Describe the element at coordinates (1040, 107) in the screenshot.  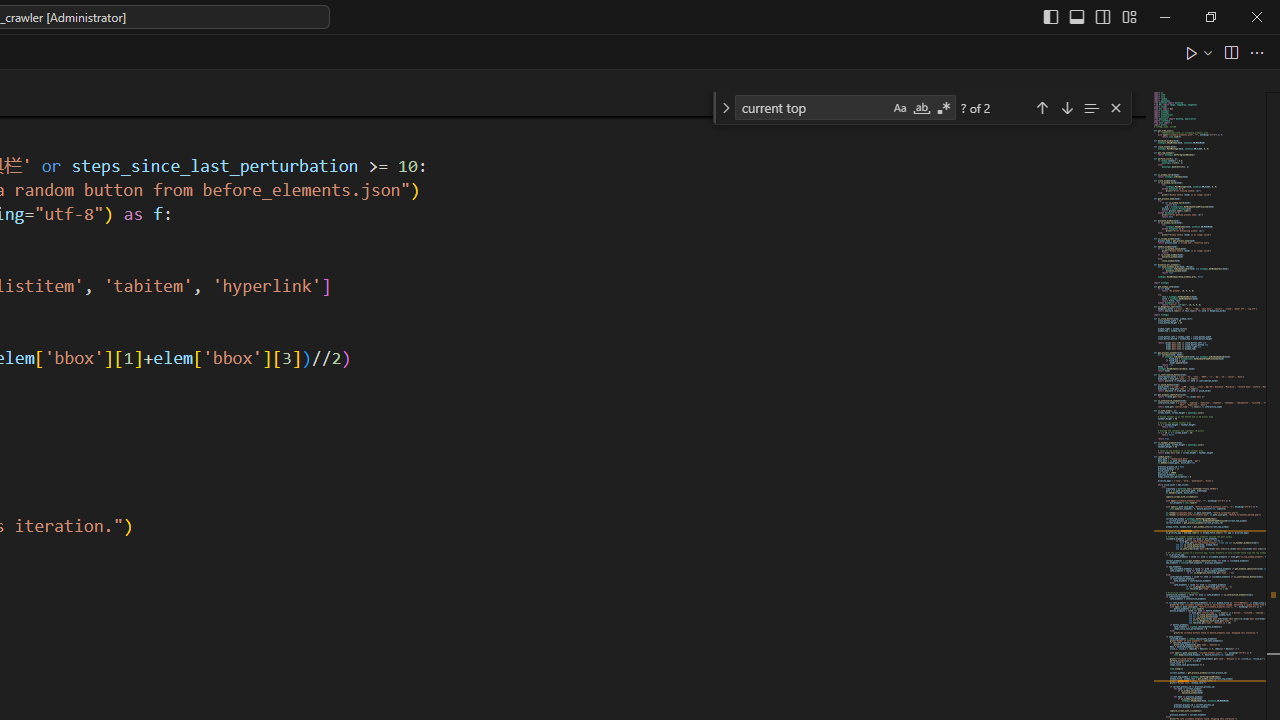
I see `'Previous Match (Shift+Enter)'` at that location.